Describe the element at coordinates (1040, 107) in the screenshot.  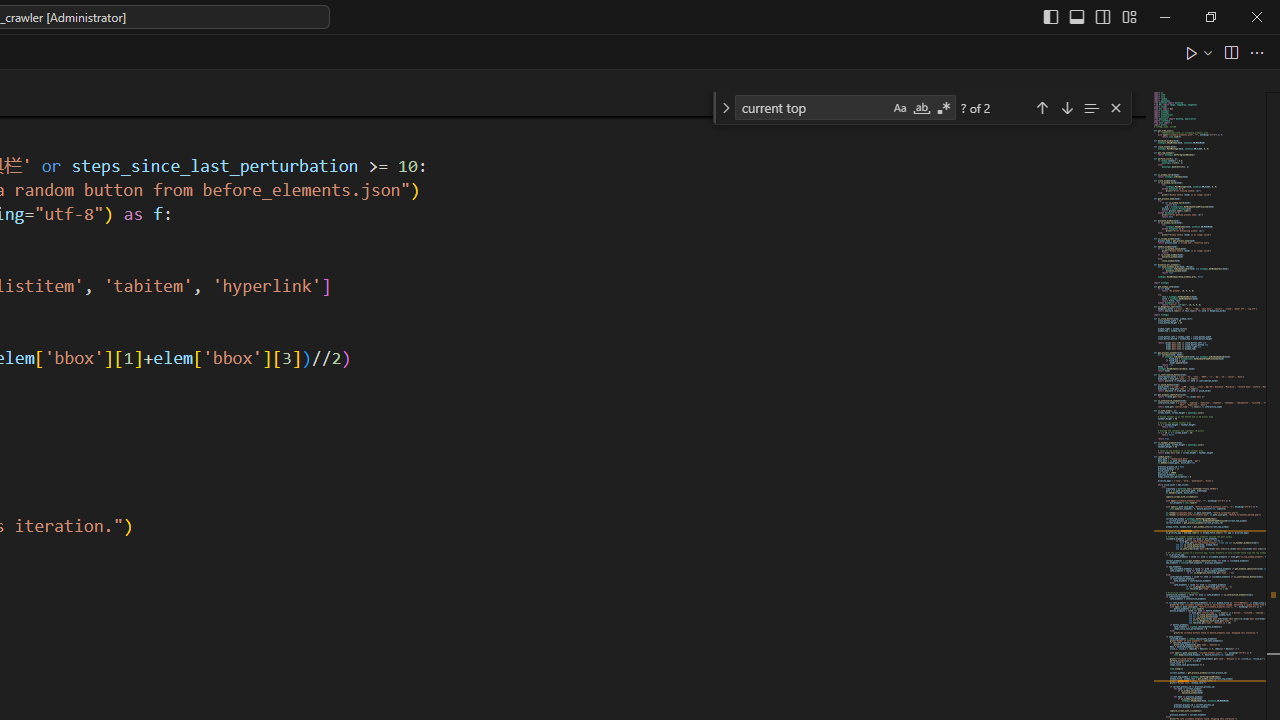
I see `'Previous Match (Shift+Enter)'` at that location.